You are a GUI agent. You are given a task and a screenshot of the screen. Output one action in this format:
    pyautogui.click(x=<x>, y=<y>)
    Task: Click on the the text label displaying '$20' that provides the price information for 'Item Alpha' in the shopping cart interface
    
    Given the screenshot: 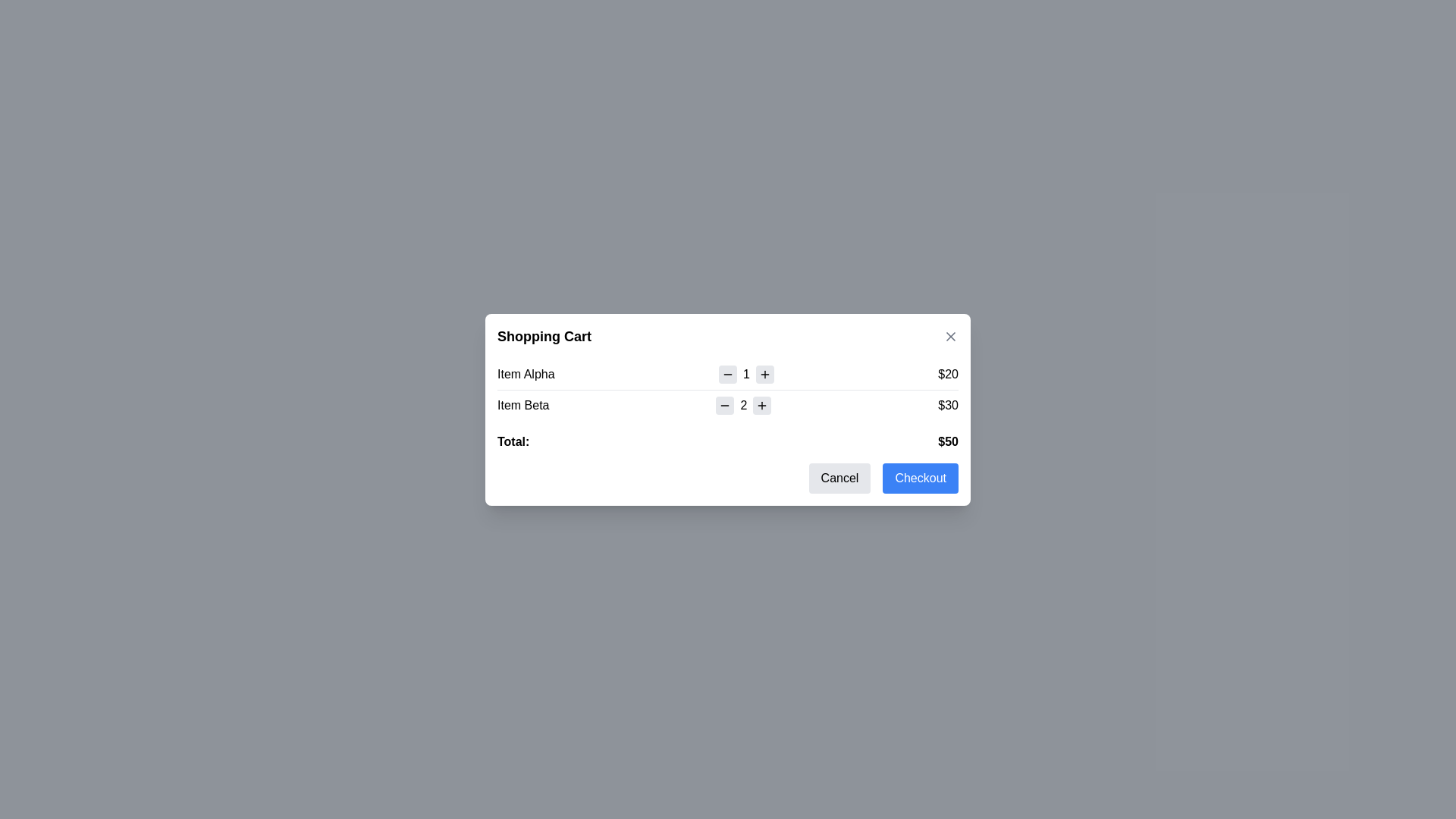 What is the action you would take?
    pyautogui.click(x=947, y=374)
    